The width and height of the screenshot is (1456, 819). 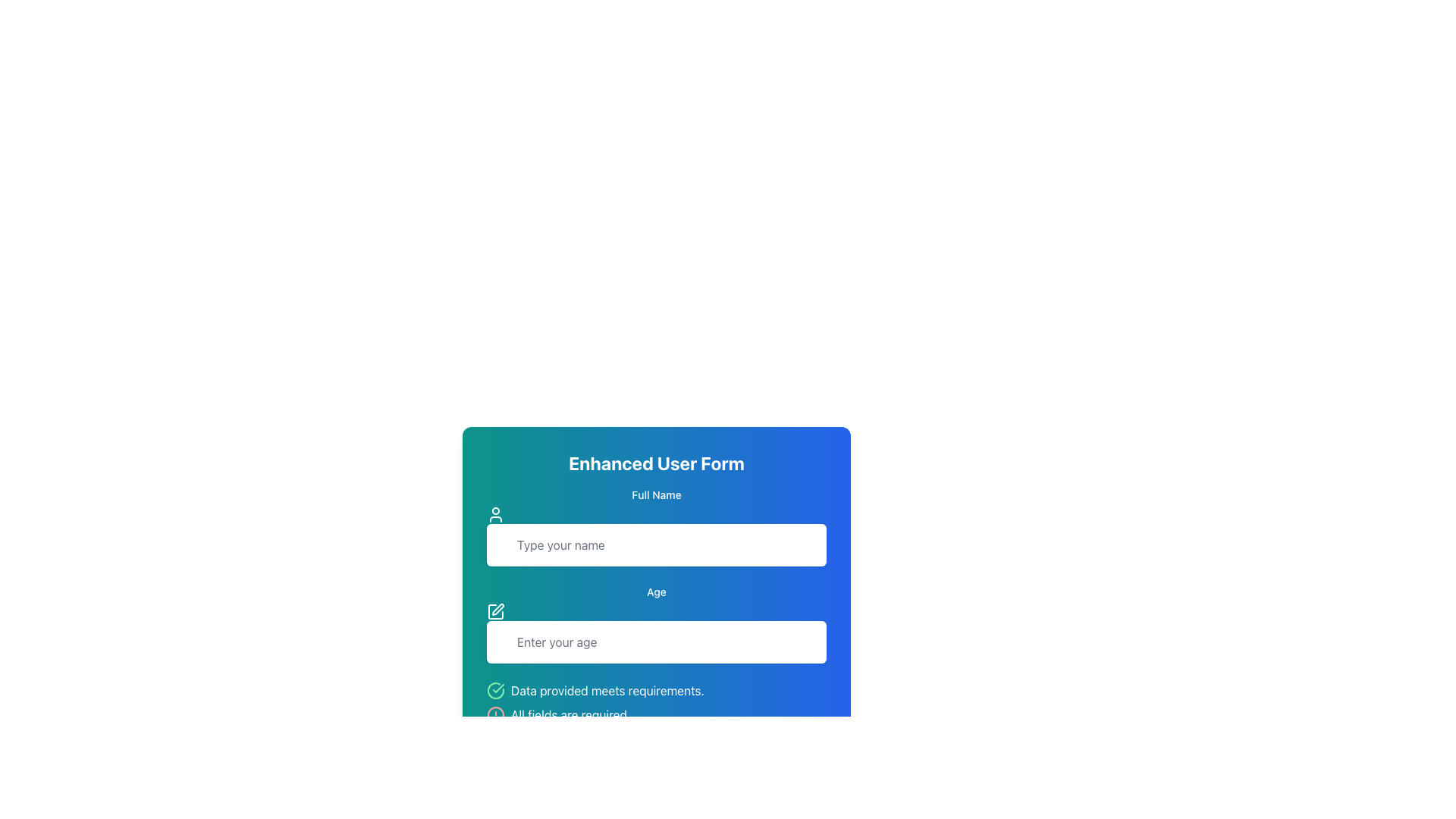 What do you see at coordinates (495, 513) in the screenshot?
I see `the user icon located to the left of the 'Type your name' input box in the 'Enhanced User Form' section` at bounding box center [495, 513].